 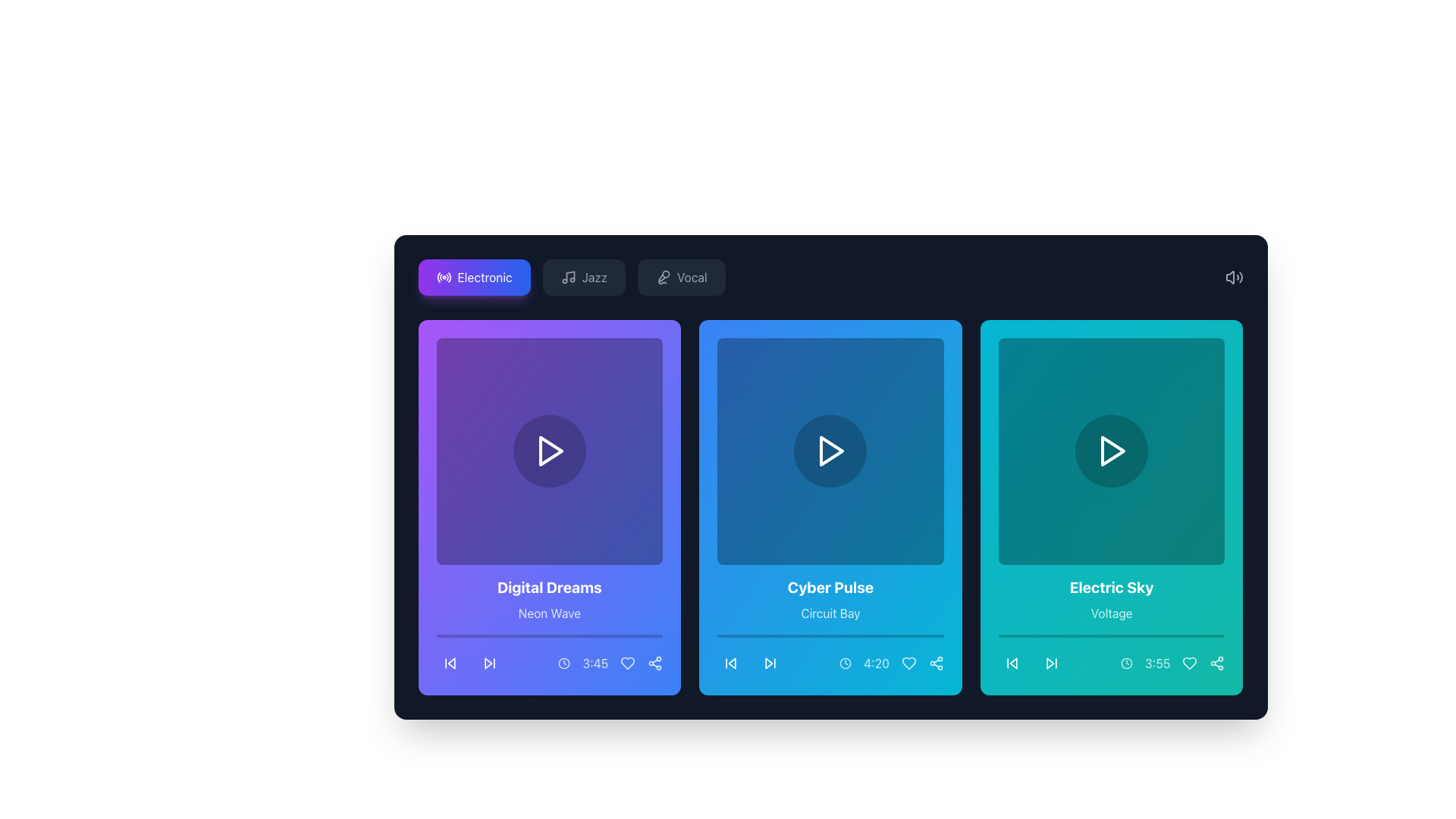 I want to click on the time duration indicated by the Time indicator element located at the bottom of the 'Electric Sky' card, positioned to the left of the heart-shaped 'like' icon, so click(x=1172, y=662).